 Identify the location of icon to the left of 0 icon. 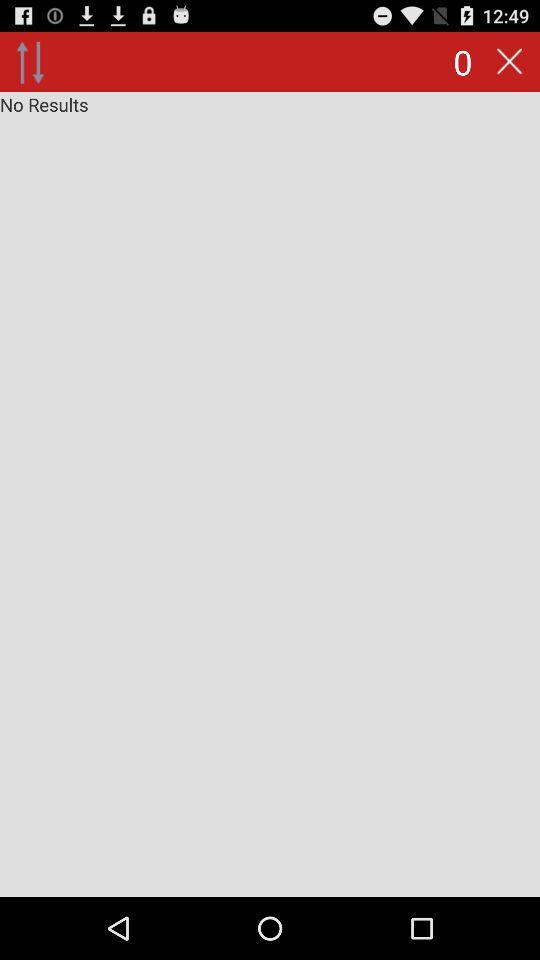
(29, 61).